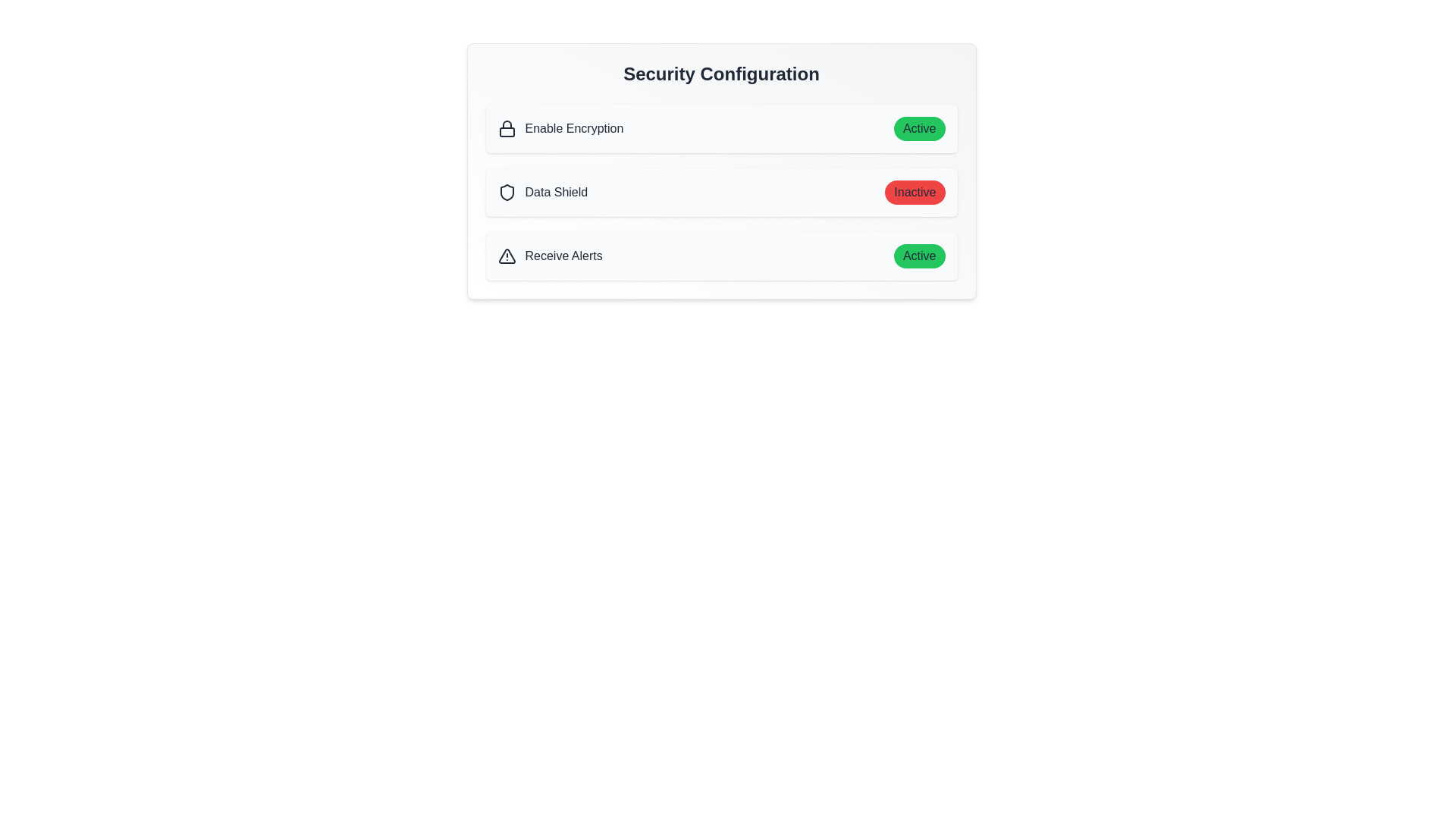 The height and width of the screenshot is (819, 1456). Describe the element at coordinates (918, 127) in the screenshot. I see `the 'Active' status button for the 'Enable Encryption' feature located on the right side of the row in the 'Security Configuration' panel` at that location.